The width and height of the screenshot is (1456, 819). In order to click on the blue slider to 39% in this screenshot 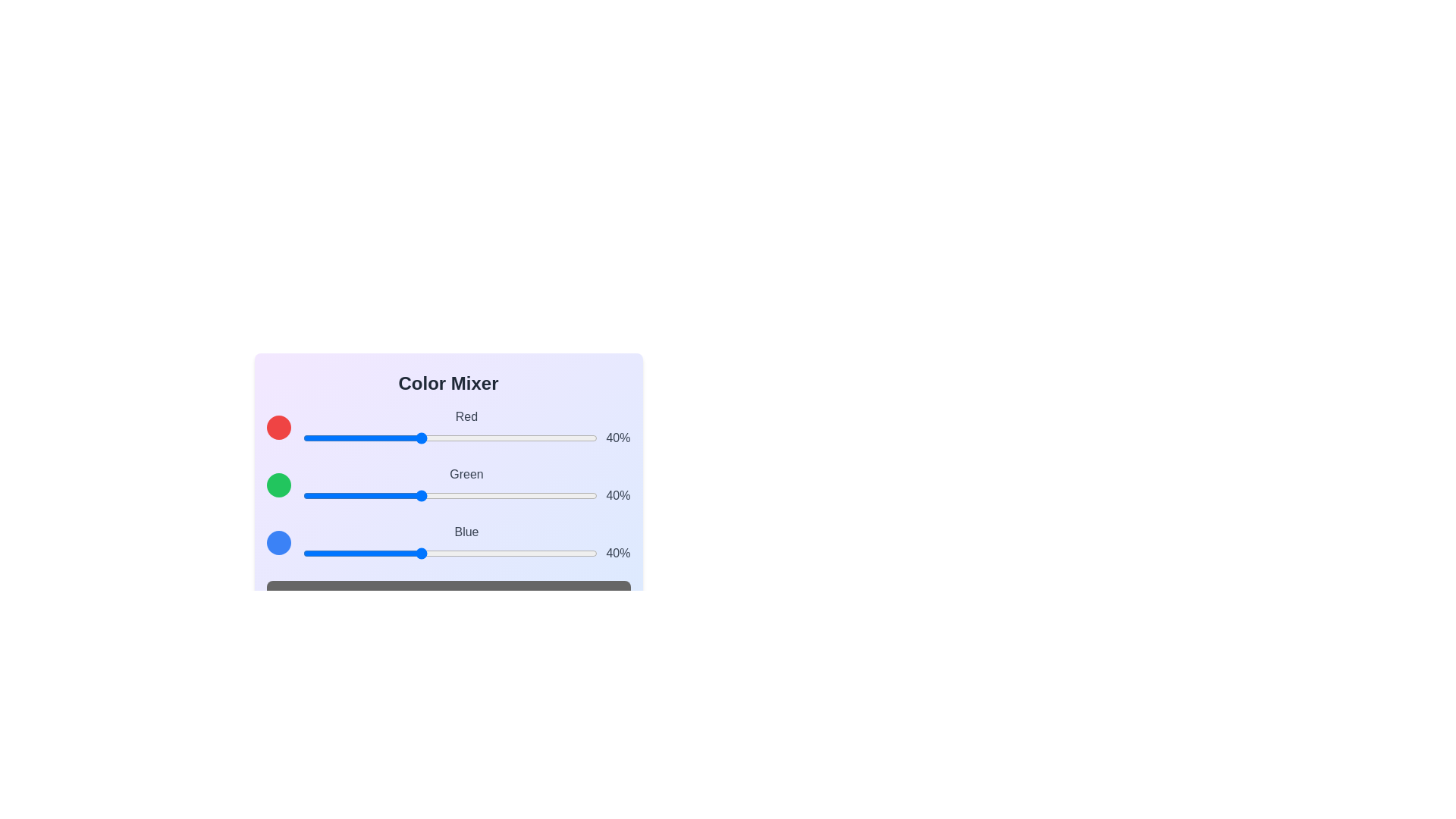, I will do `click(417, 553)`.